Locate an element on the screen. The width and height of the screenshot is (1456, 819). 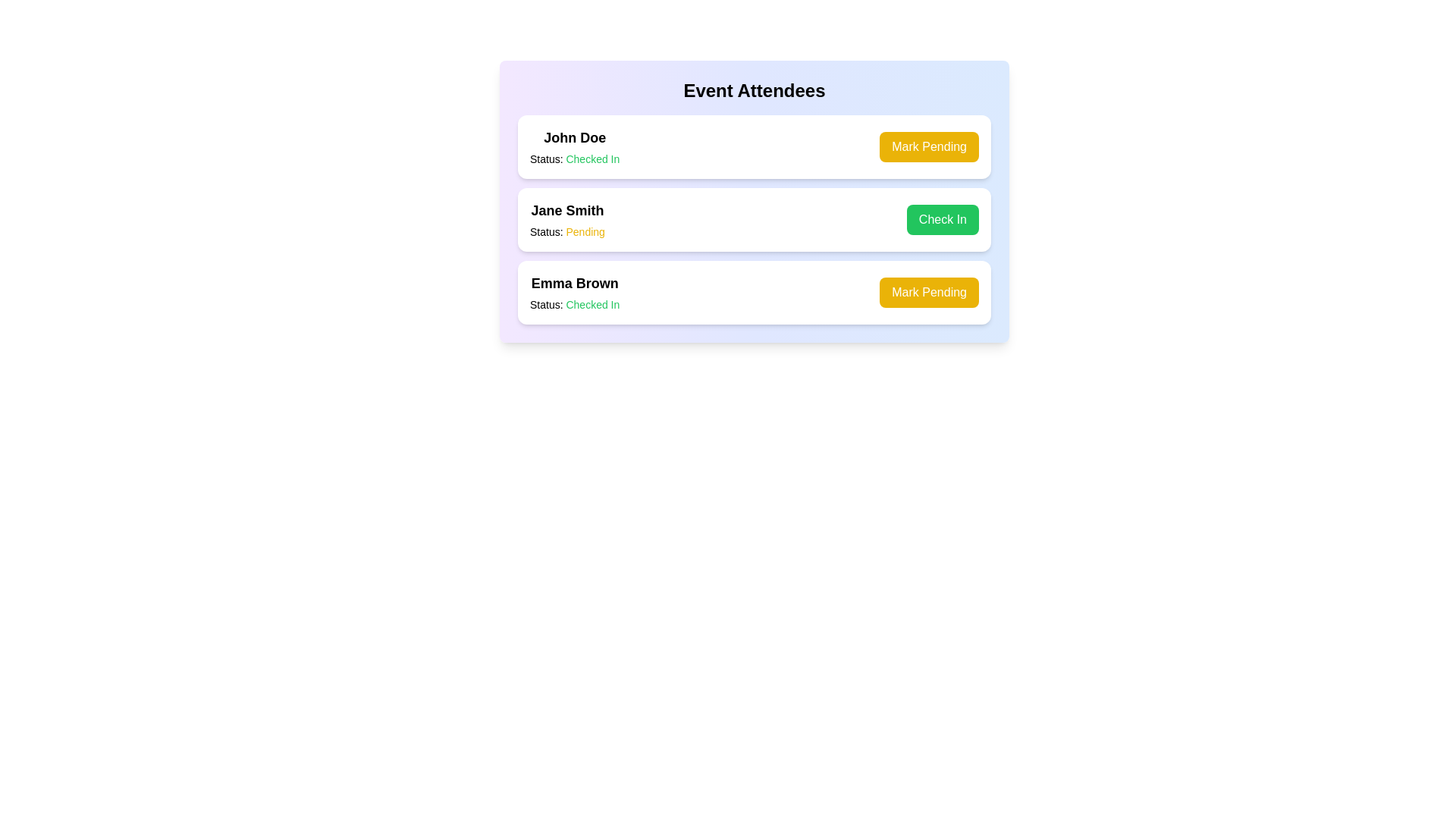
the button labeled 'Check In' to view its hover effect is located at coordinates (942, 219).